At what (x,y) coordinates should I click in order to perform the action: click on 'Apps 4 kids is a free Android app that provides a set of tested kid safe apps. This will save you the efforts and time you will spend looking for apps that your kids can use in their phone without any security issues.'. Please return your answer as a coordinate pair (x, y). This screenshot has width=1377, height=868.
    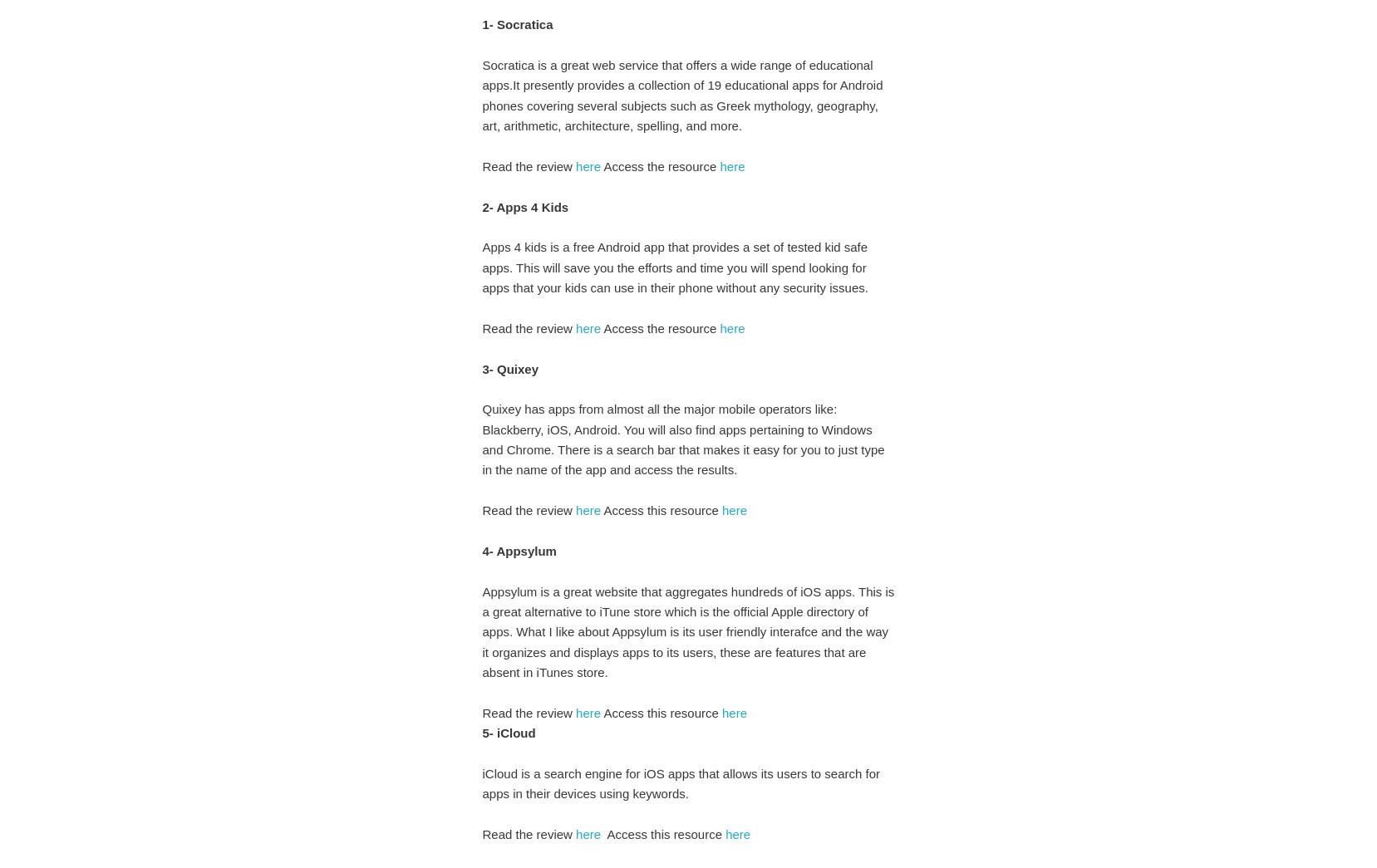
    Looking at the image, I should click on (677, 267).